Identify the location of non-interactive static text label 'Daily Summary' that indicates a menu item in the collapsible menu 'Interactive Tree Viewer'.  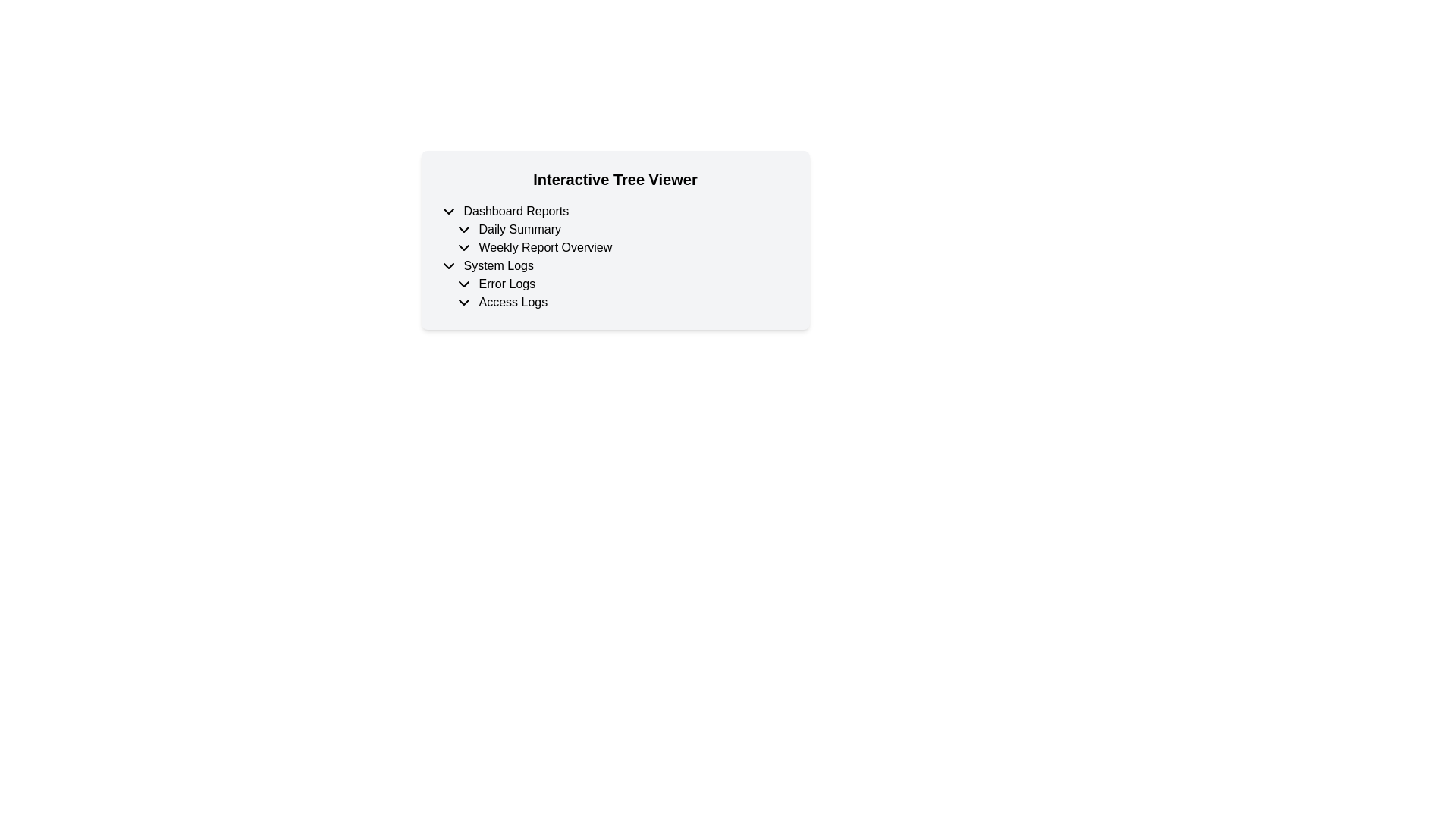
(519, 230).